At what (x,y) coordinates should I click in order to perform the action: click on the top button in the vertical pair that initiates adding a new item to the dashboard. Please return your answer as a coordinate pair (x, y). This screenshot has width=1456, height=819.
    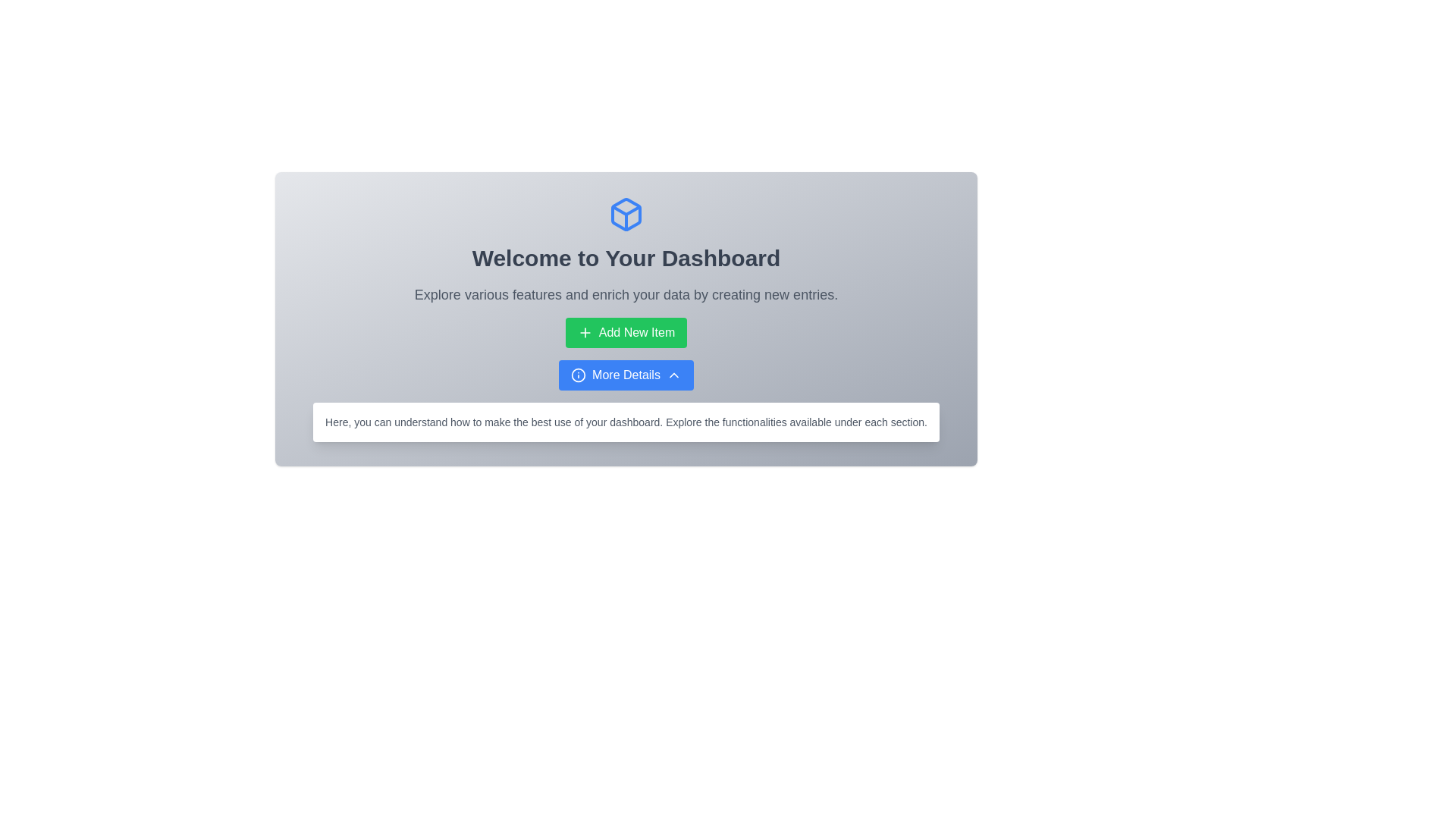
    Looking at the image, I should click on (626, 318).